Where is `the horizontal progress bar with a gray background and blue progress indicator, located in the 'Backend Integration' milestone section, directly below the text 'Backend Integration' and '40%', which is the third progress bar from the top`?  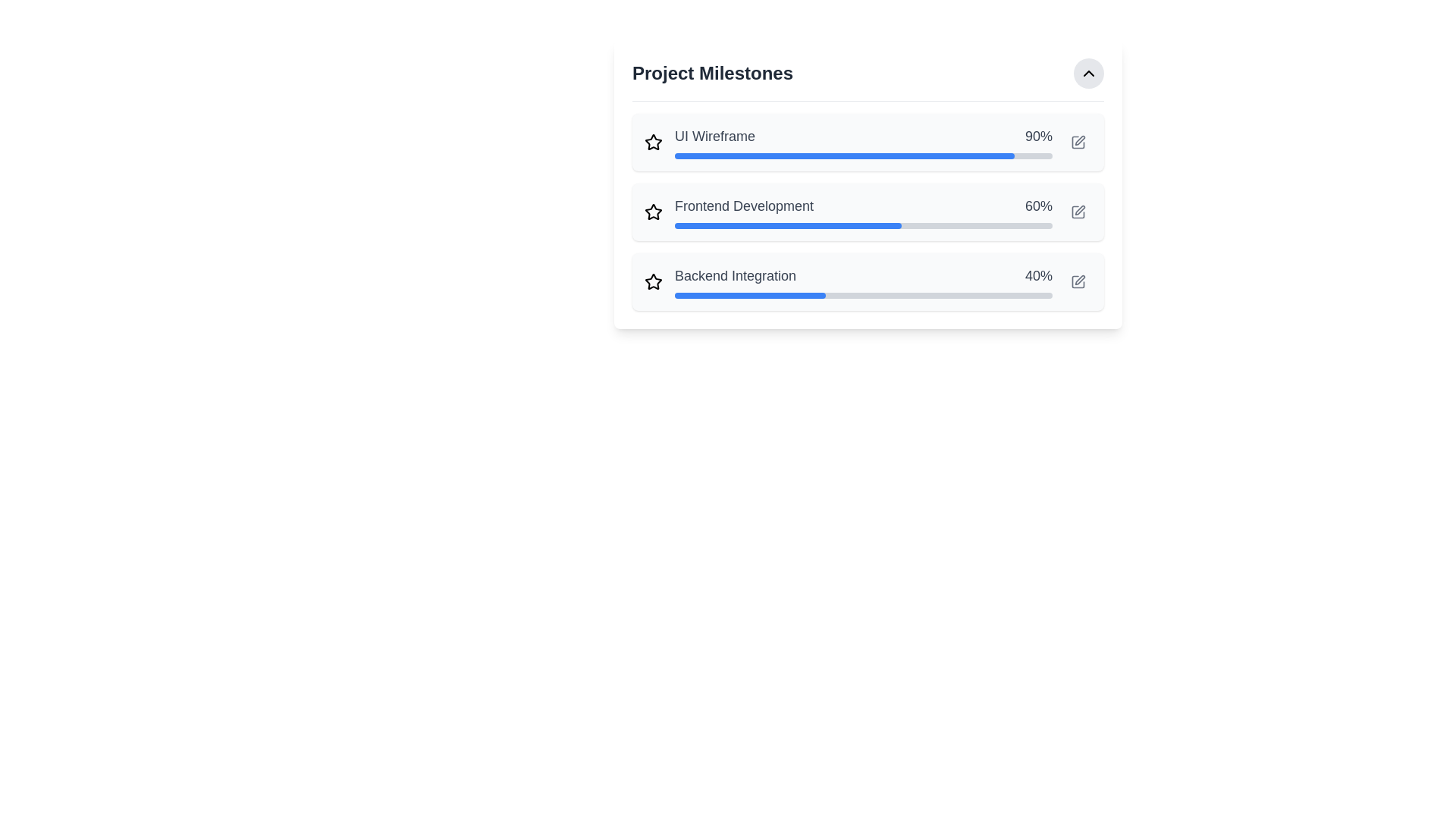
the horizontal progress bar with a gray background and blue progress indicator, located in the 'Backend Integration' milestone section, directly below the text 'Backend Integration' and '40%', which is the third progress bar from the top is located at coordinates (863, 295).